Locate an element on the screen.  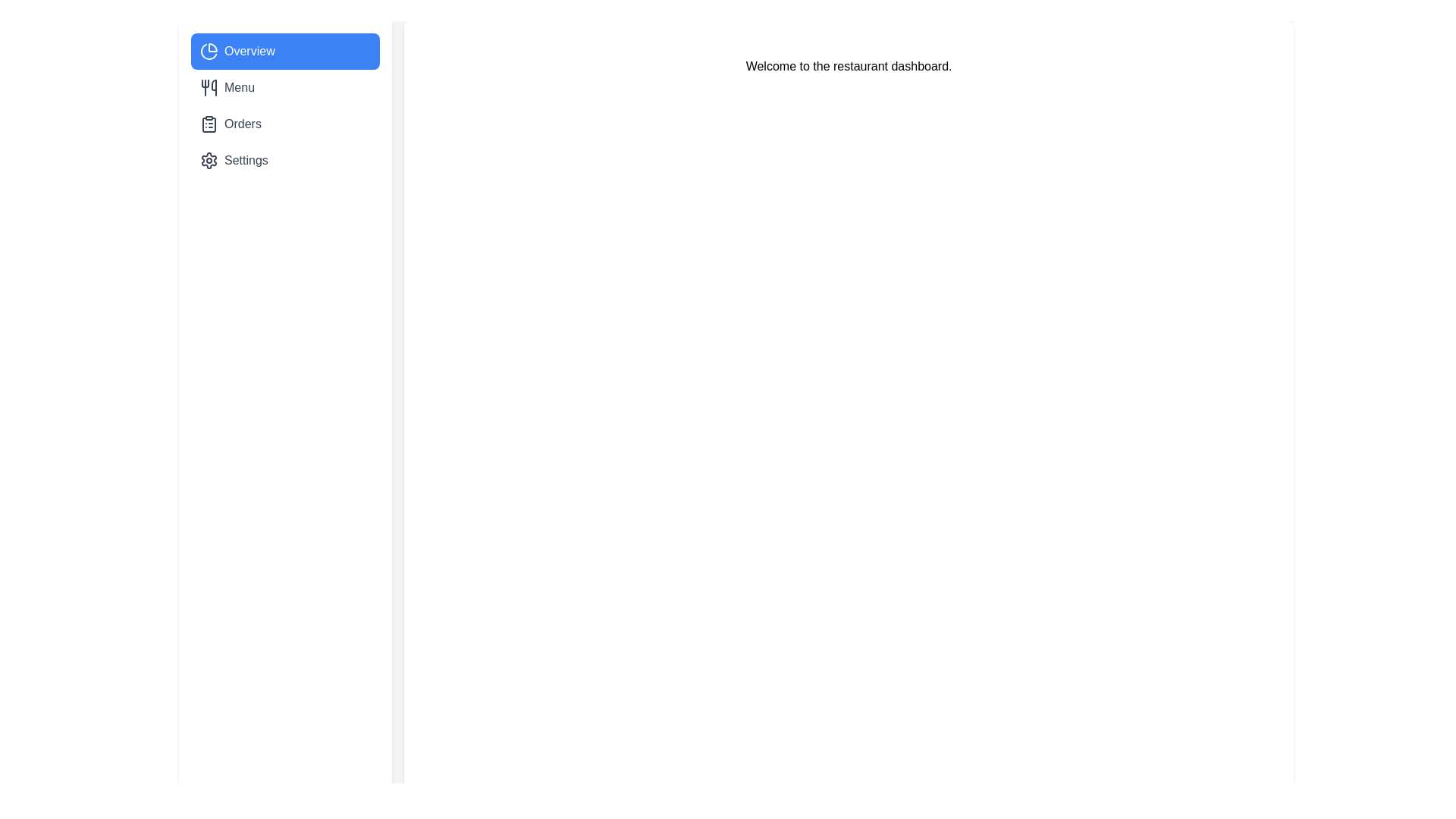
the second button in the vertical navigation menu is located at coordinates (285, 87).